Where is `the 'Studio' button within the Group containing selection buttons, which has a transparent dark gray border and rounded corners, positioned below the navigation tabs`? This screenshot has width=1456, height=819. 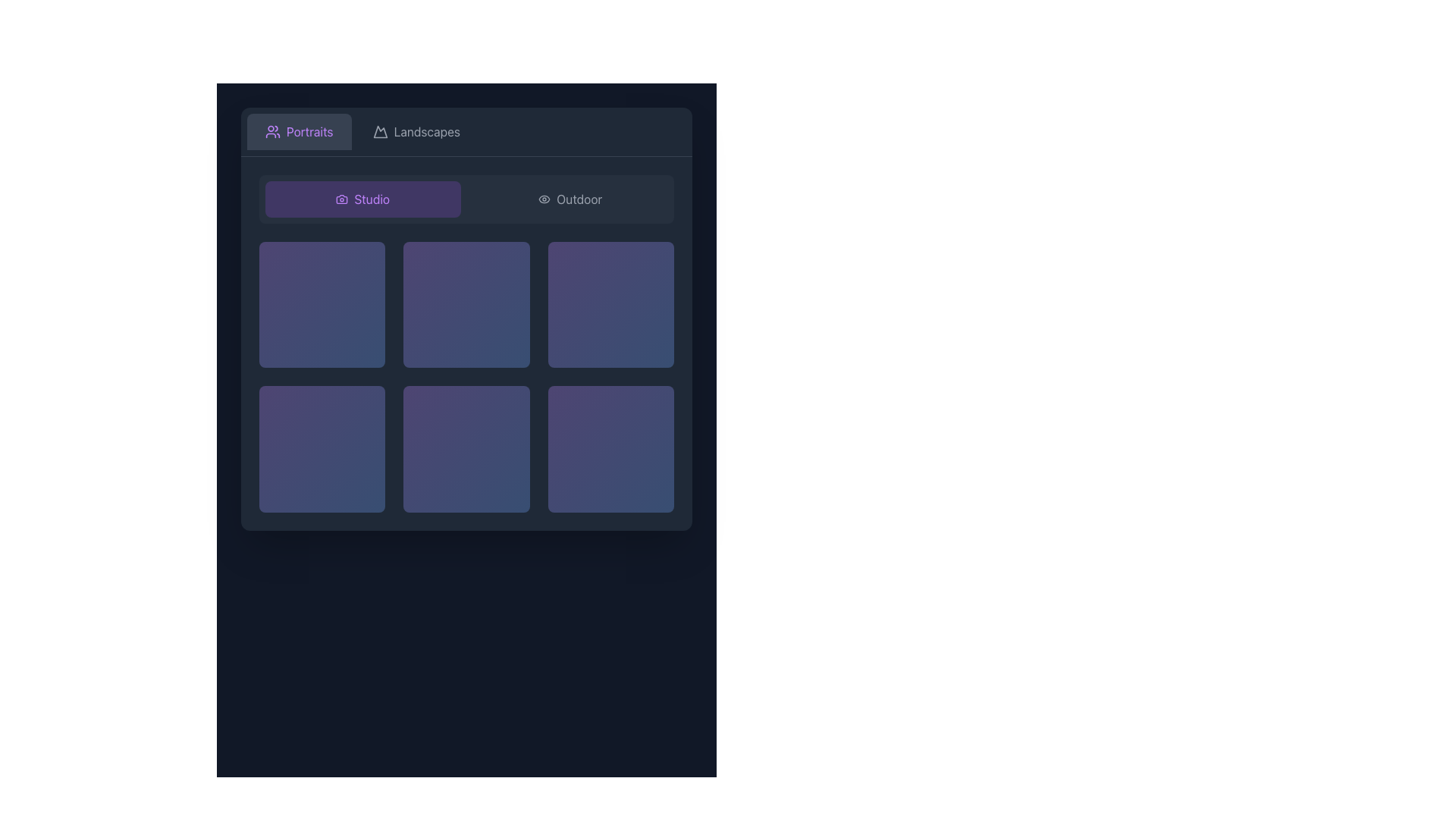 the 'Studio' button within the Group containing selection buttons, which has a transparent dark gray border and rounded corners, positioned below the navigation tabs is located at coordinates (466, 198).